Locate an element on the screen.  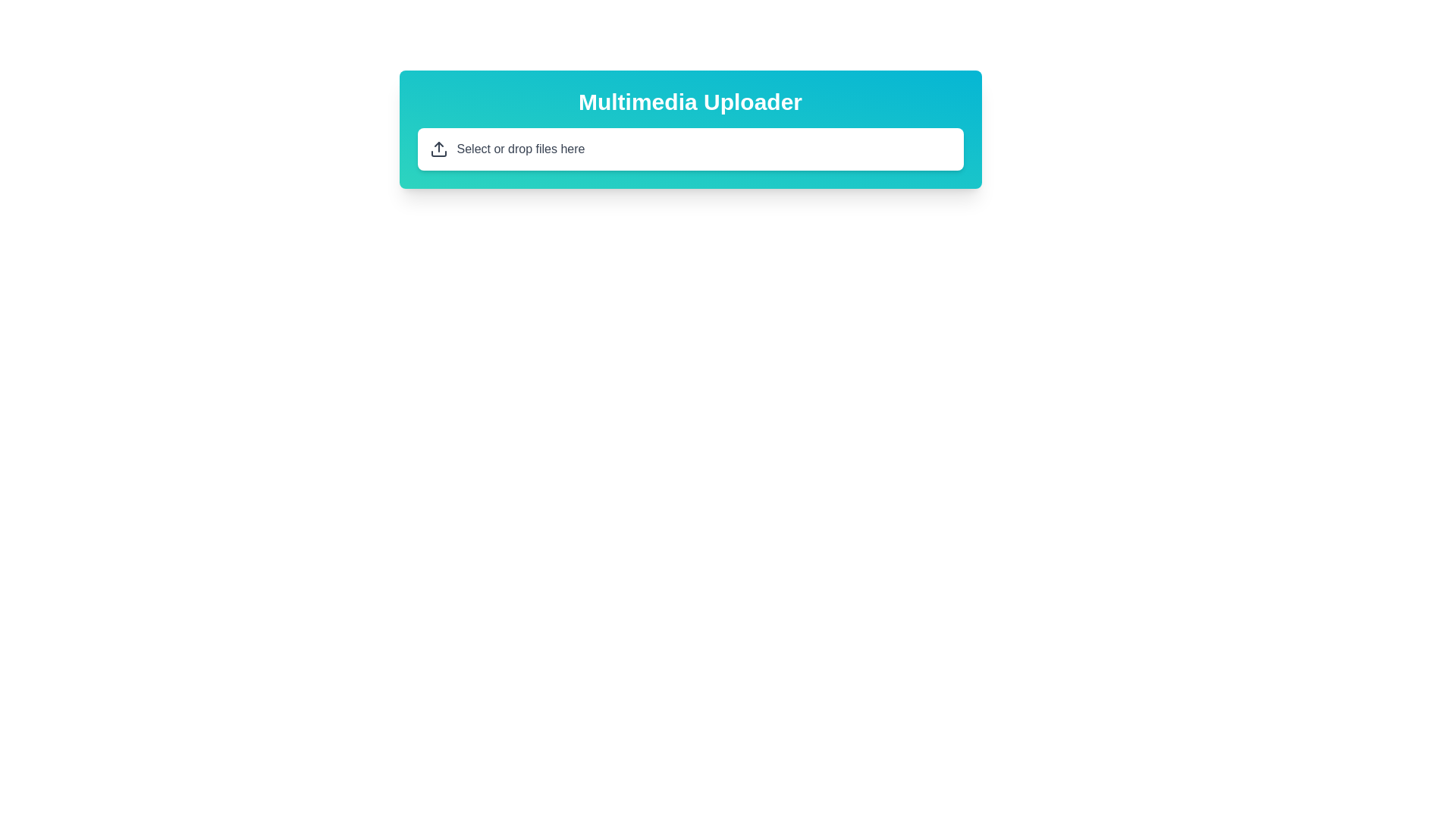
the static text label that prompts the user to click or drag-and-drop files, located to the right of the upload icon under the 'Multimedia Uploader' header is located at coordinates (520, 149).